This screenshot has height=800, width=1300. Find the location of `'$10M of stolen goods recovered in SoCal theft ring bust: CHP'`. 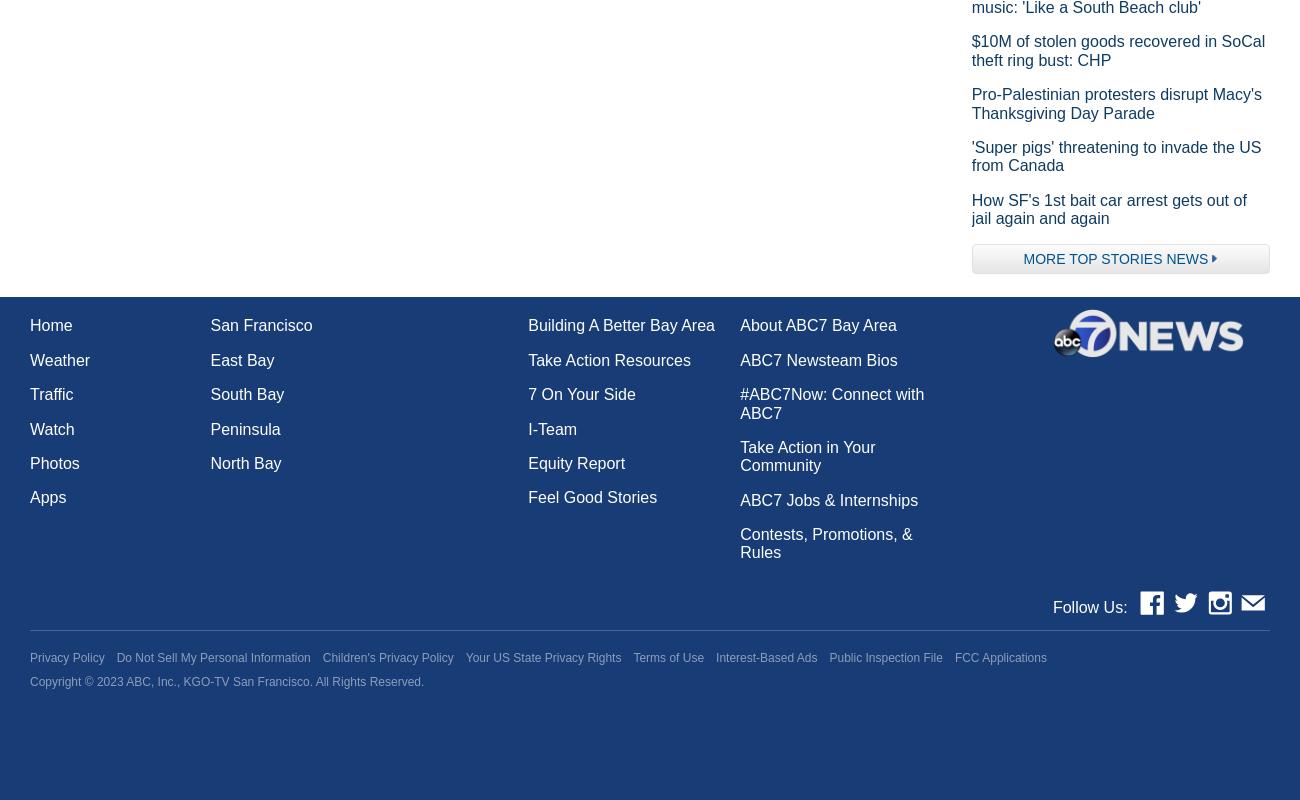

'$10M of stolen goods recovered in SoCal theft ring bust: CHP' is located at coordinates (970, 49).